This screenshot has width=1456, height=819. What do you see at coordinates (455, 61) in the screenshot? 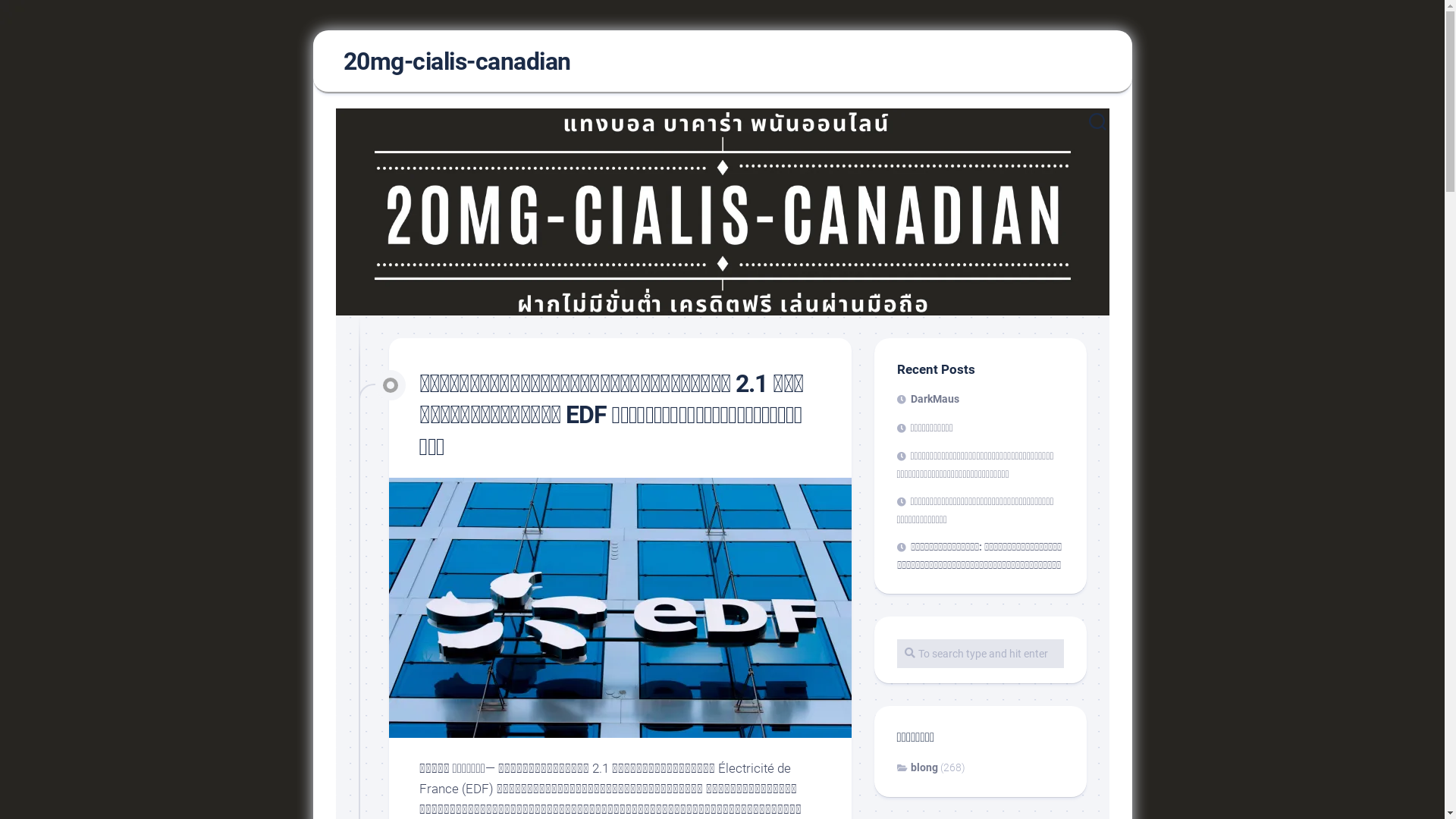
I see `'20mg-cialis-canadian'` at bounding box center [455, 61].